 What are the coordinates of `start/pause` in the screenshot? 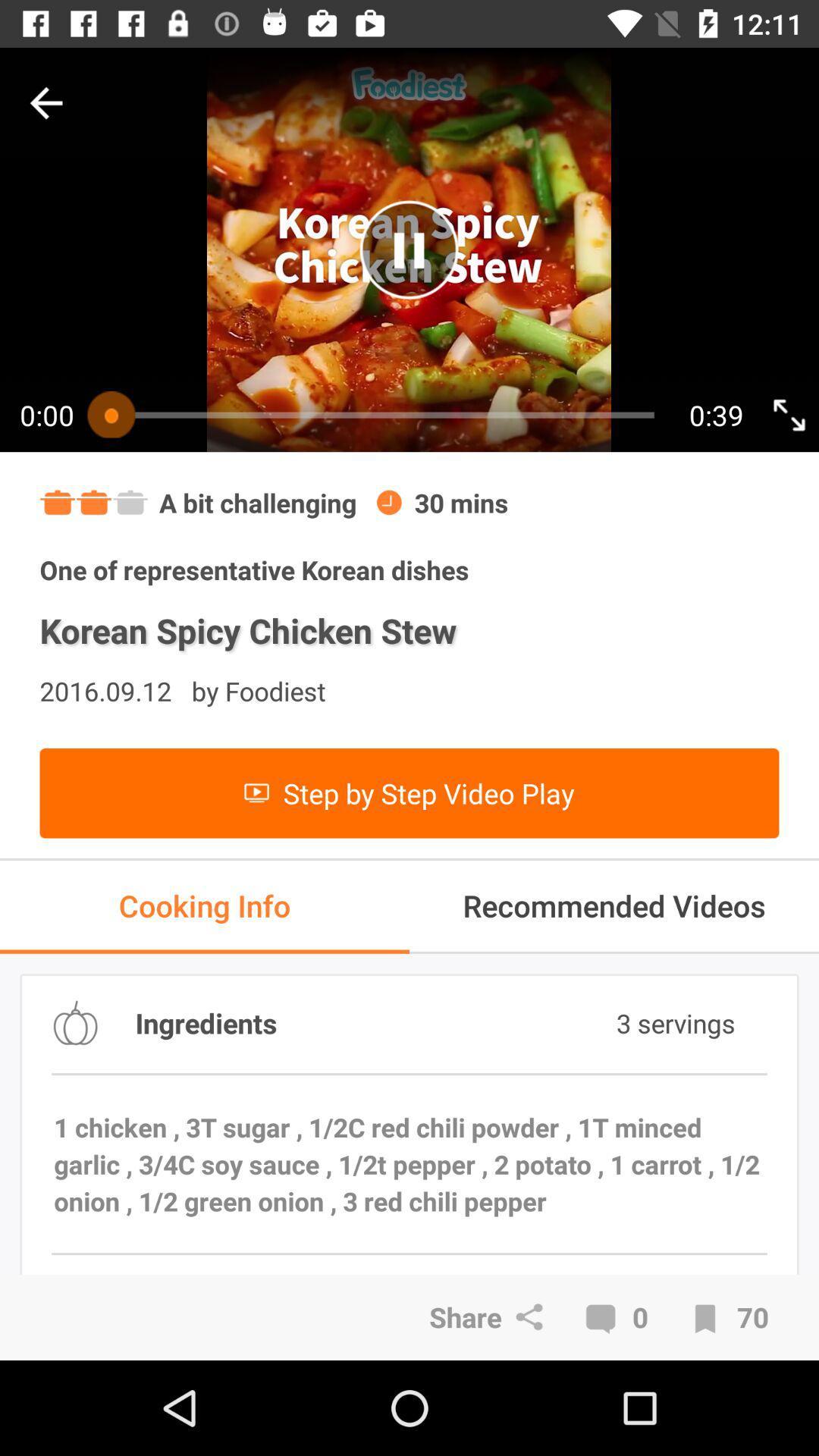 It's located at (408, 249).